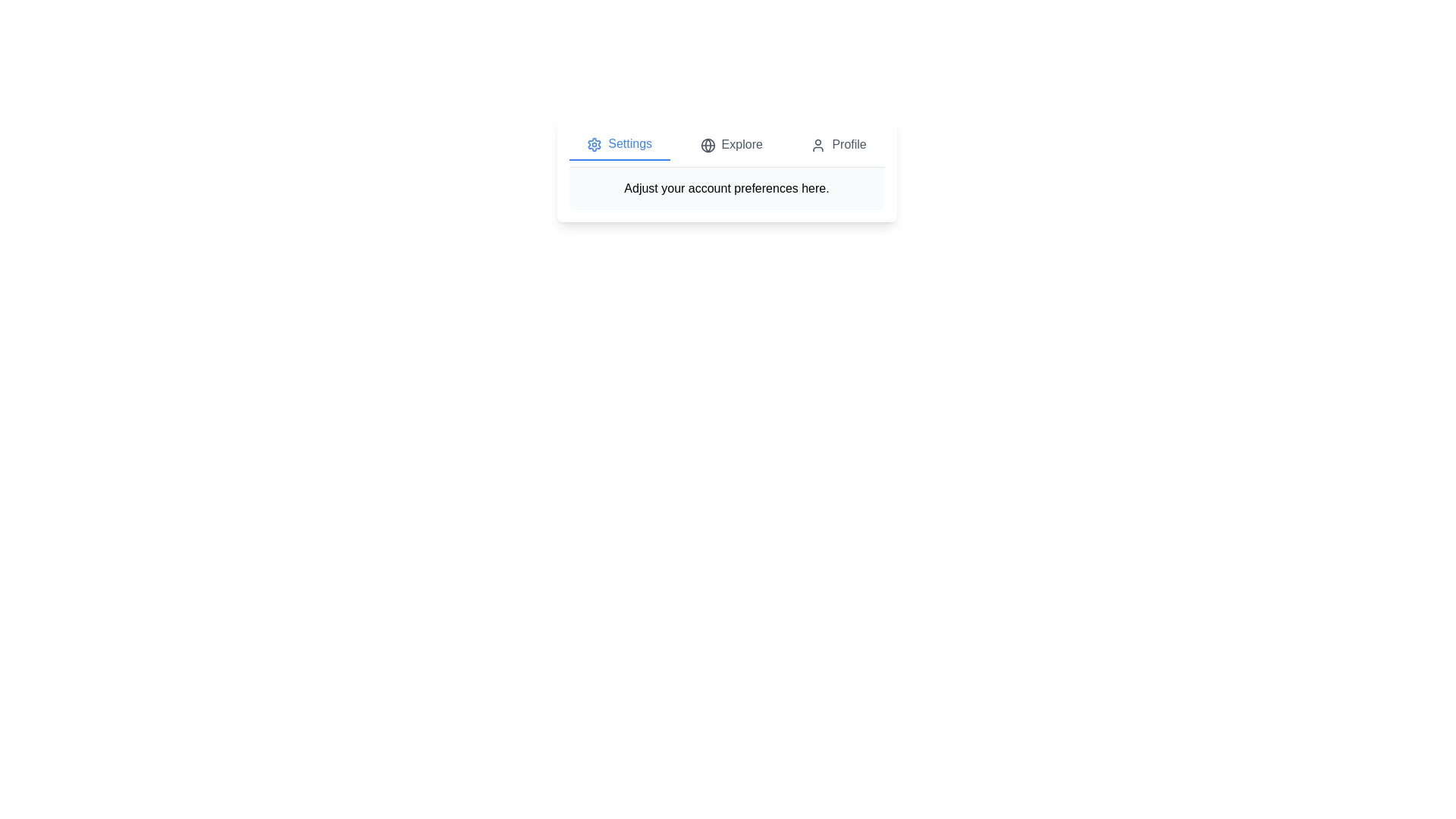  What do you see at coordinates (837, 145) in the screenshot?
I see `the Profile tab to observe visual feedback` at bounding box center [837, 145].